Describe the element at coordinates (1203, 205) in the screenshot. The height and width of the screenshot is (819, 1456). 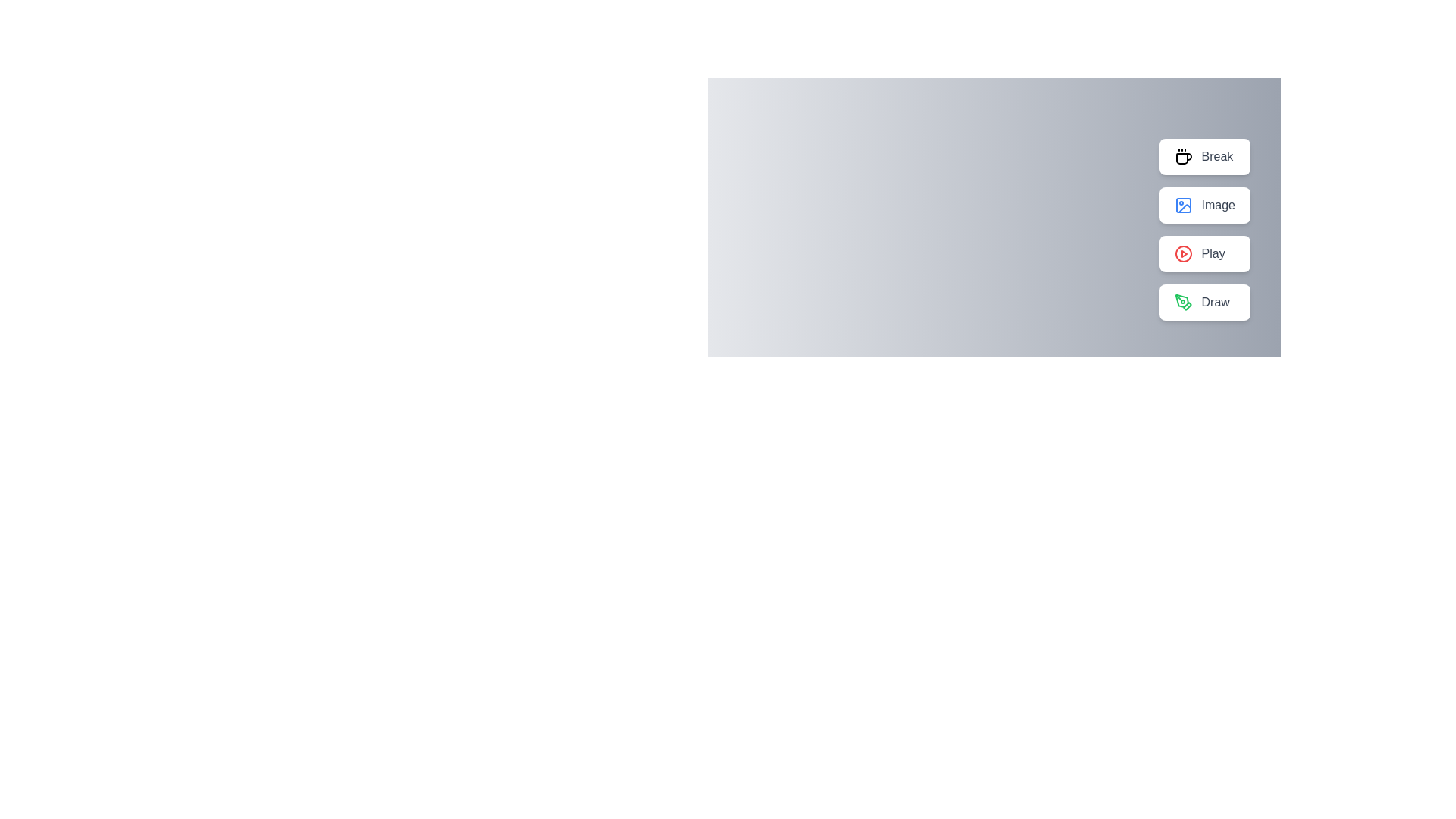
I see `the action button labeled Image to observe hover effects` at that location.